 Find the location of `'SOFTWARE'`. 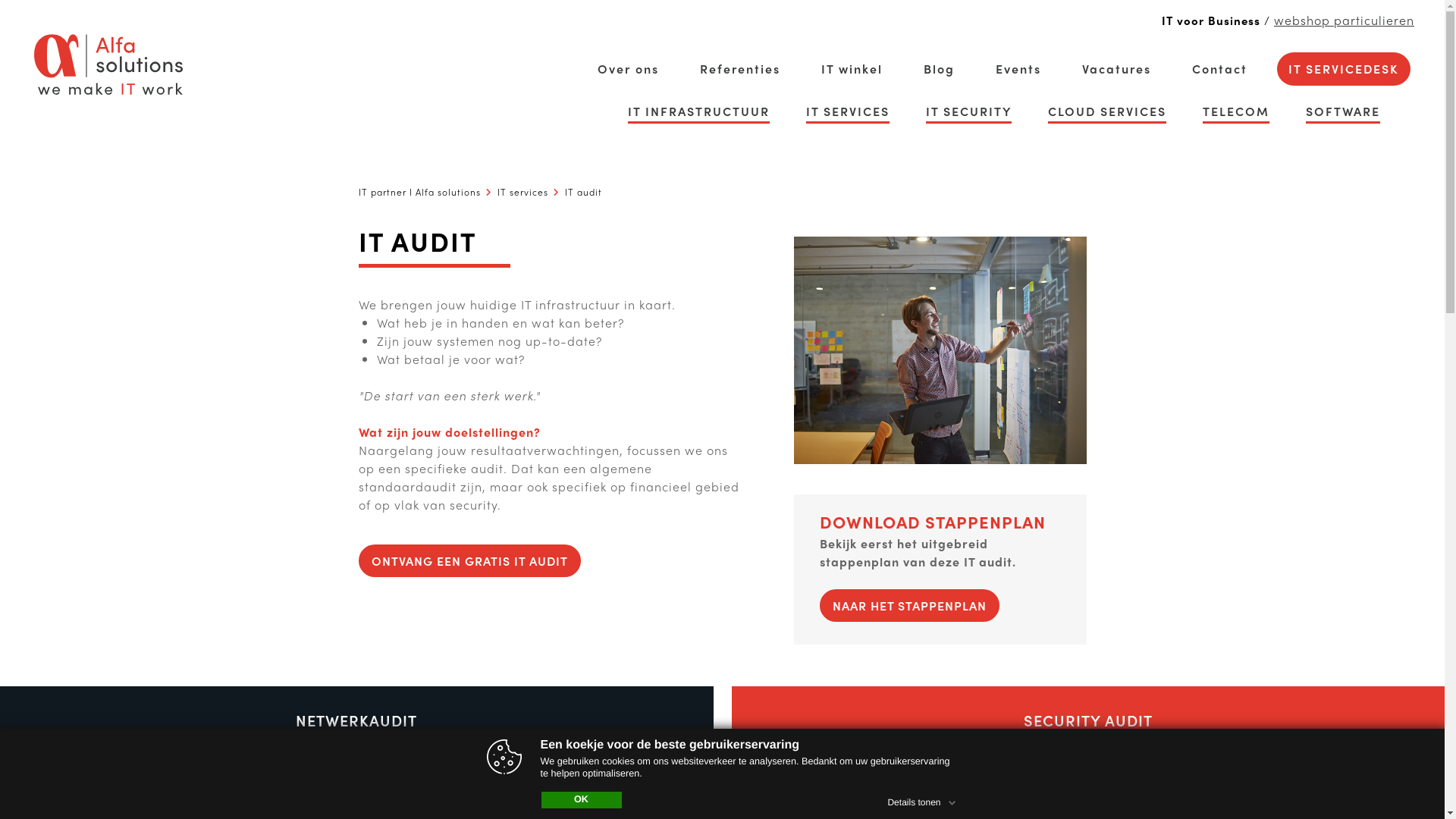

'SOFTWARE' is located at coordinates (1343, 110).